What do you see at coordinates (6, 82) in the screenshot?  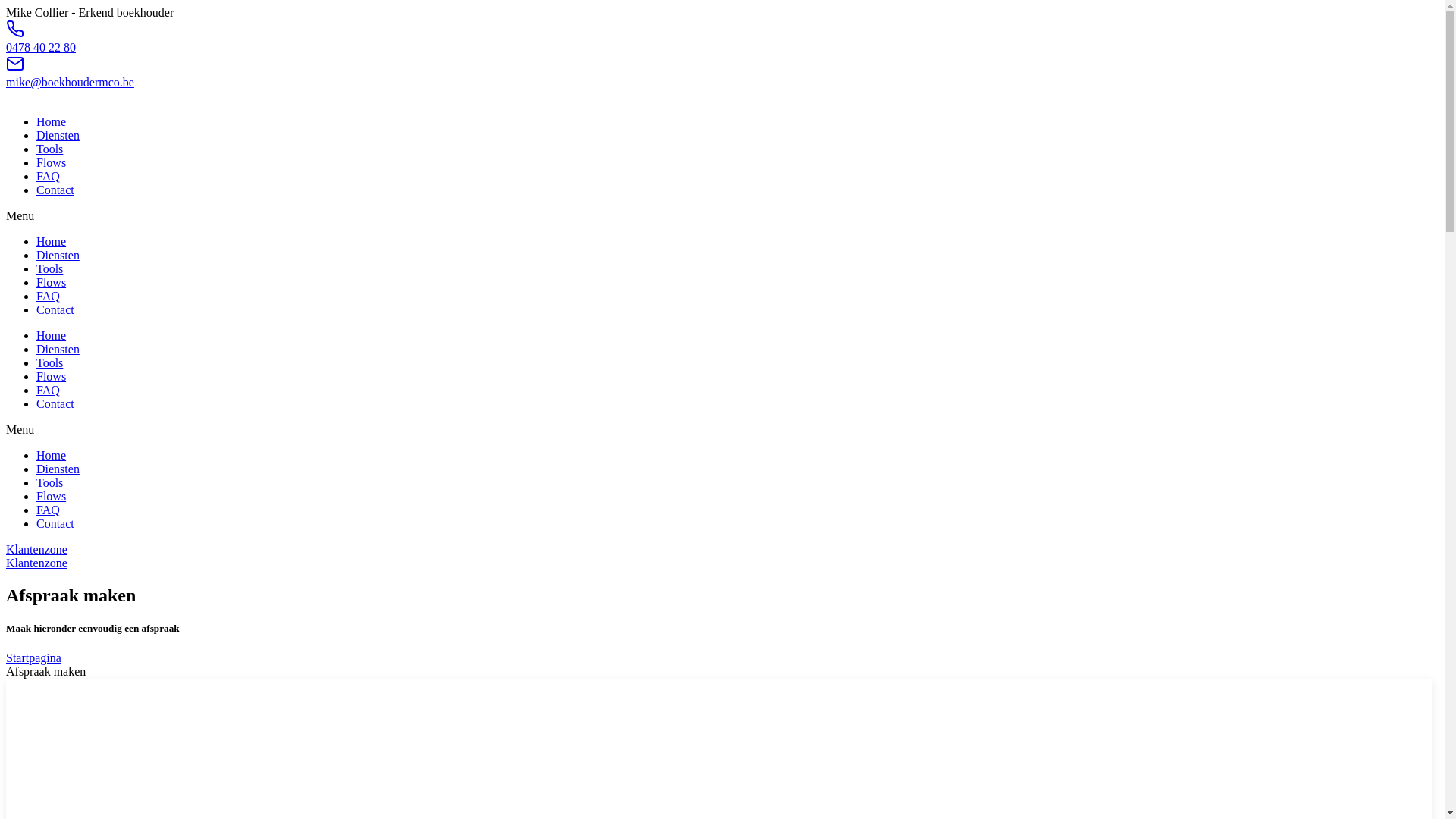 I see `'mike@boekhoudermco.be'` at bounding box center [6, 82].